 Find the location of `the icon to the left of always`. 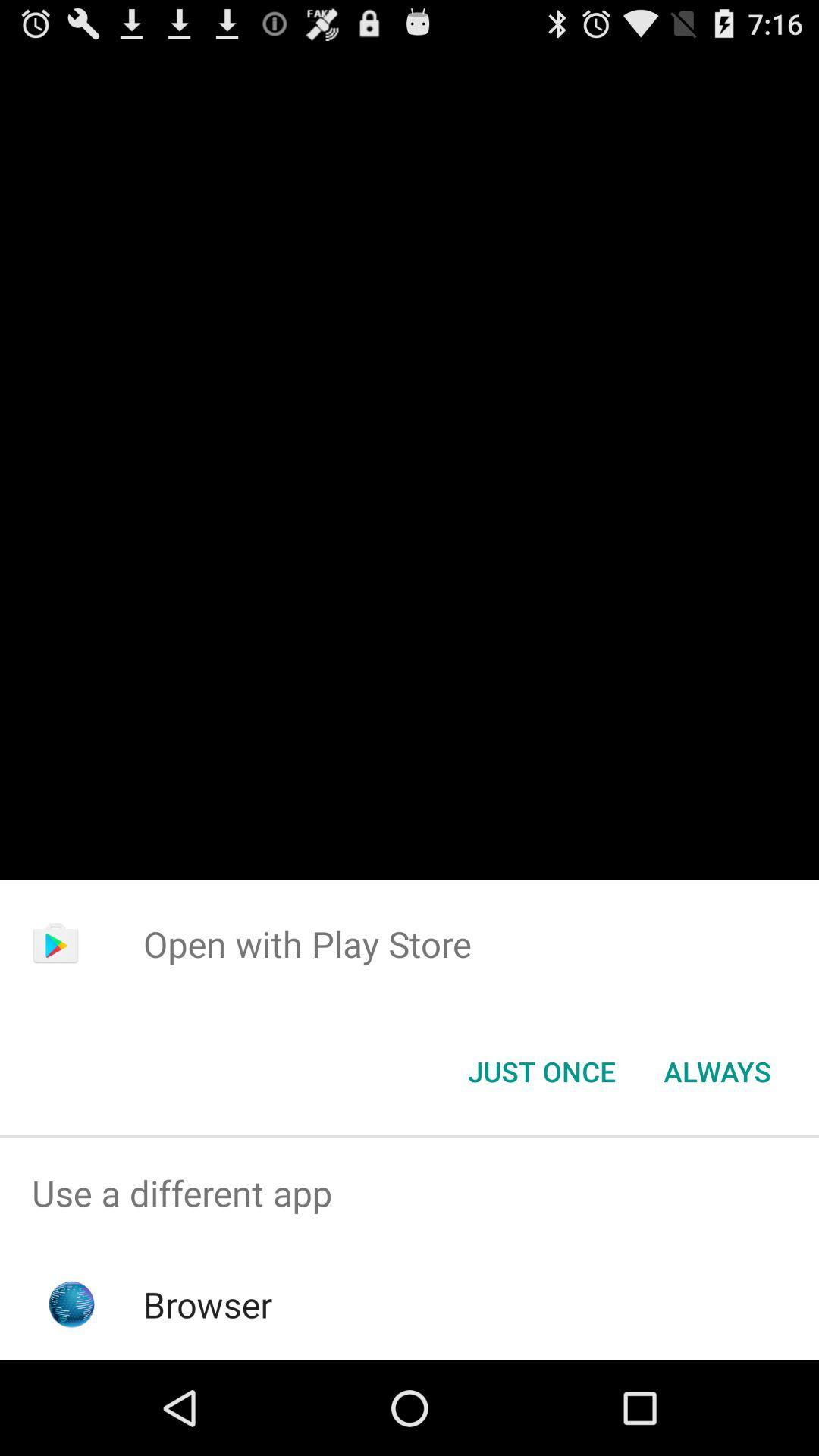

the icon to the left of always is located at coordinates (541, 1070).